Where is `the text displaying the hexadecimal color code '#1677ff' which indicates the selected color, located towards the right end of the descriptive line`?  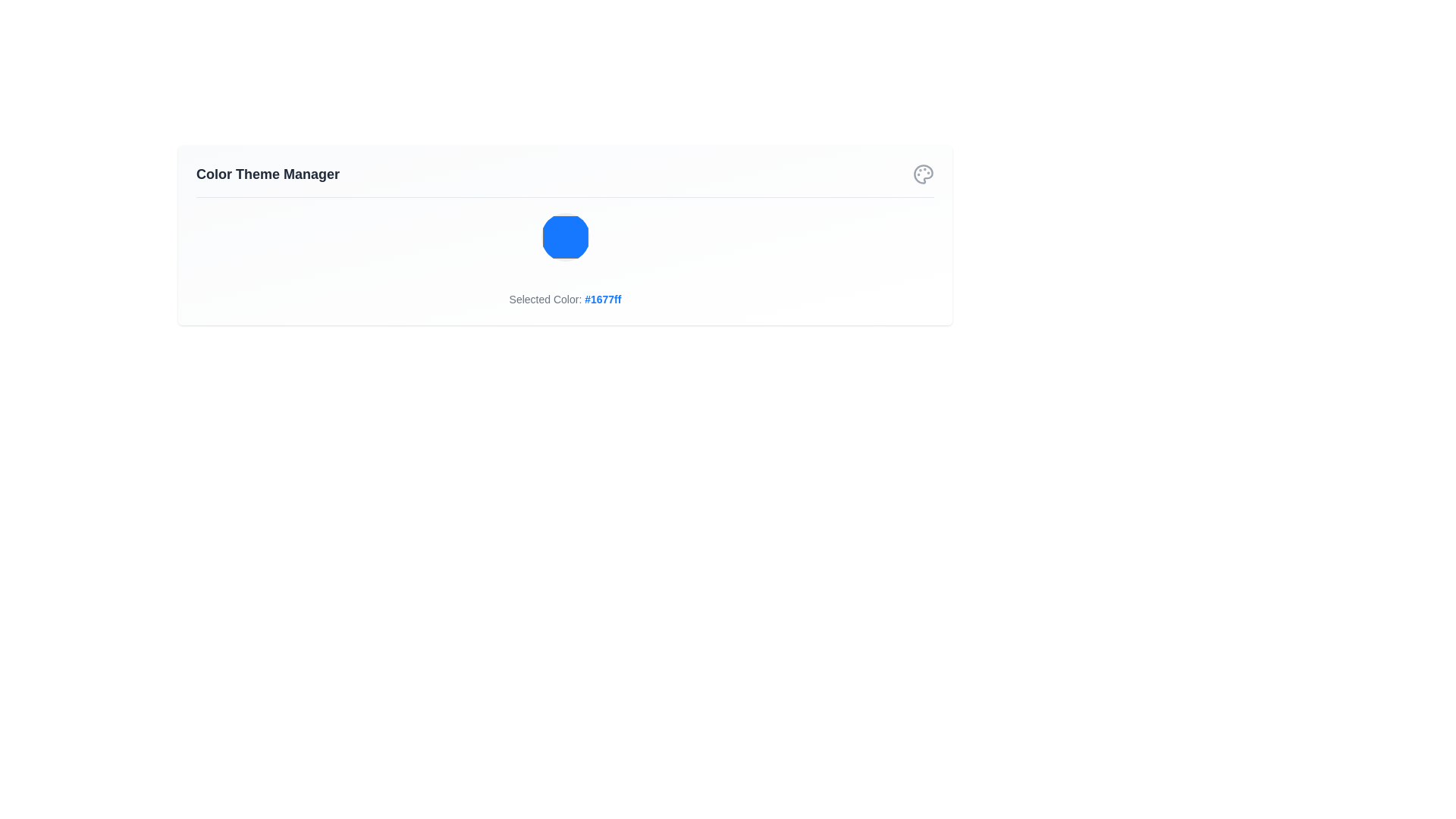 the text displaying the hexadecimal color code '#1677ff' which indicates the selected color, located towards the right end of the descriptive line is located at coordinates (602, 299).